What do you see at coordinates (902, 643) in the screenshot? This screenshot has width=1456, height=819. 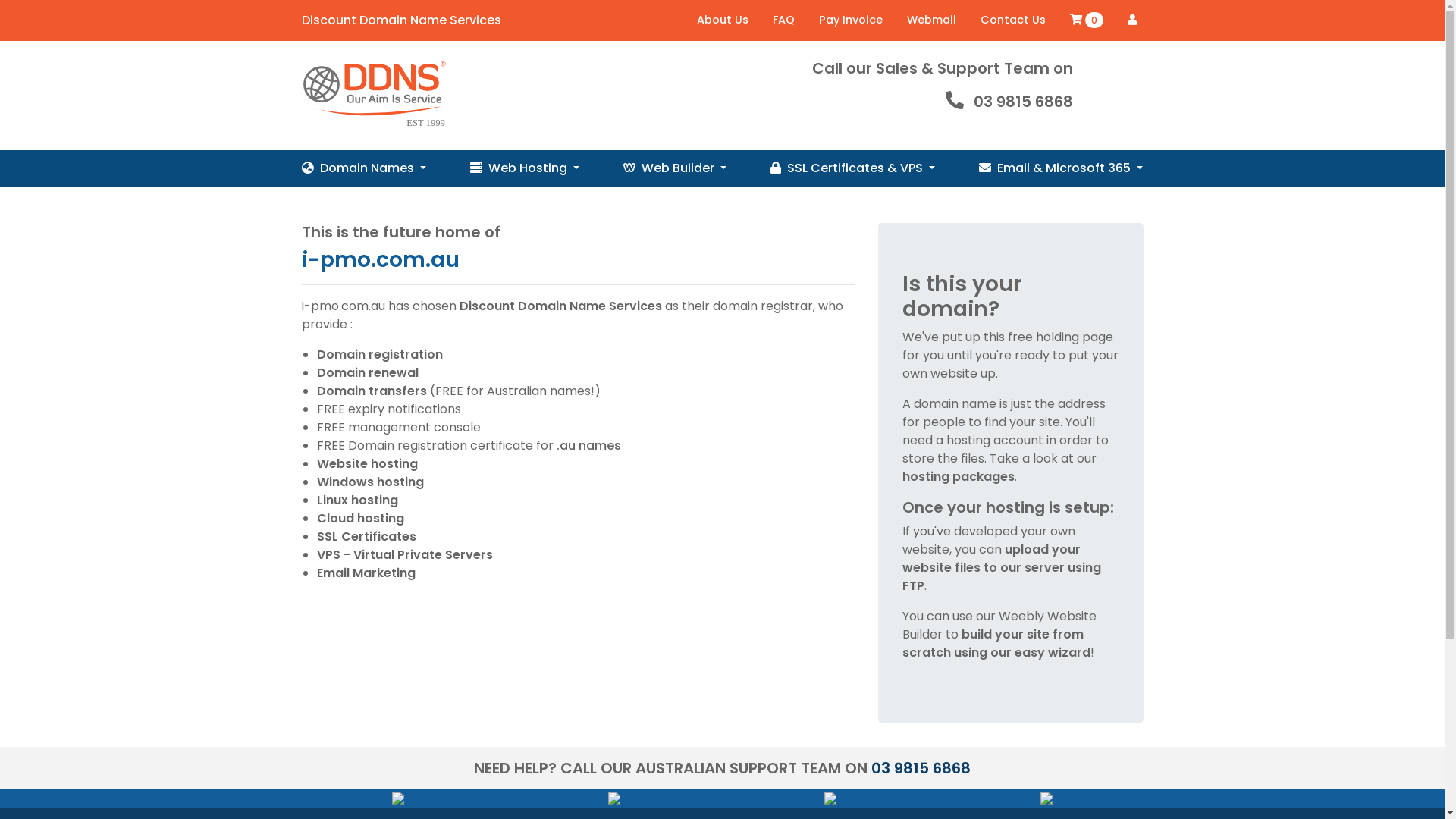 I see `'build your site from scratch using our easy wizard'` at bounding box center [902, 643].